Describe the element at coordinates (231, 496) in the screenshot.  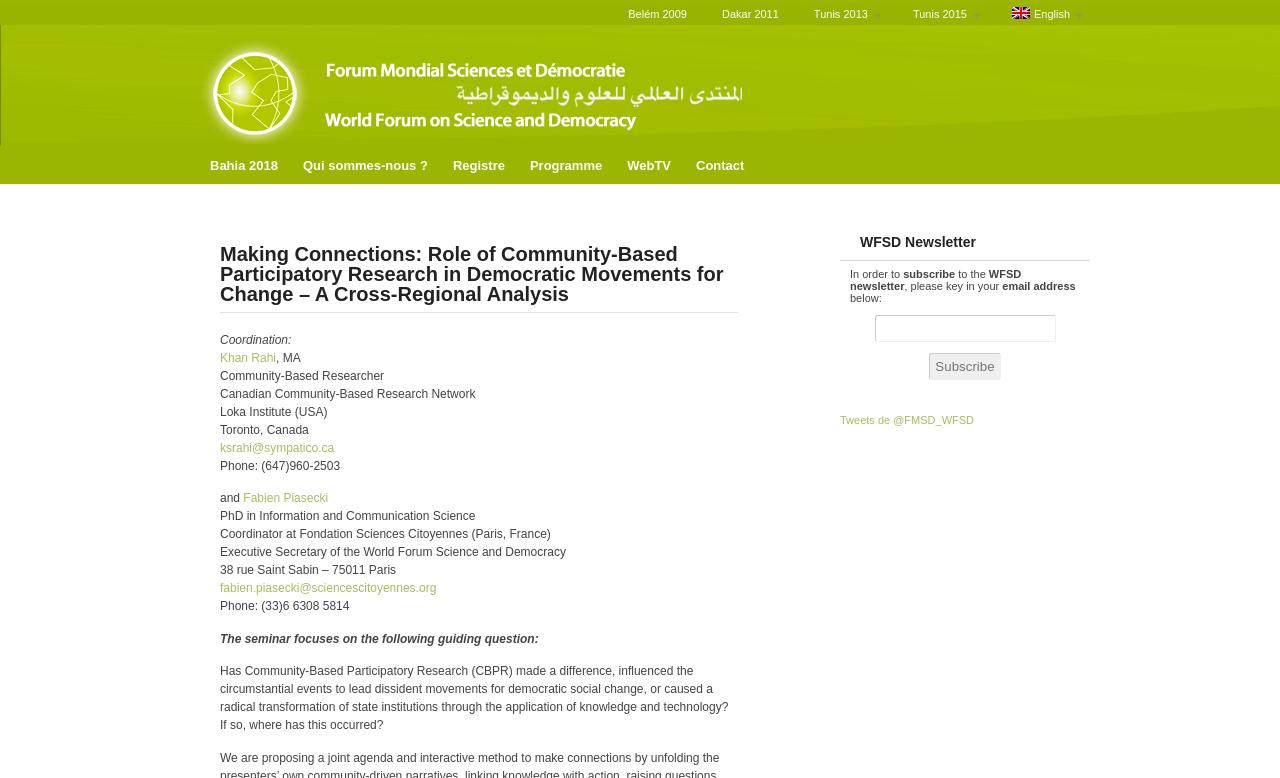
I see `'and'` at that location.